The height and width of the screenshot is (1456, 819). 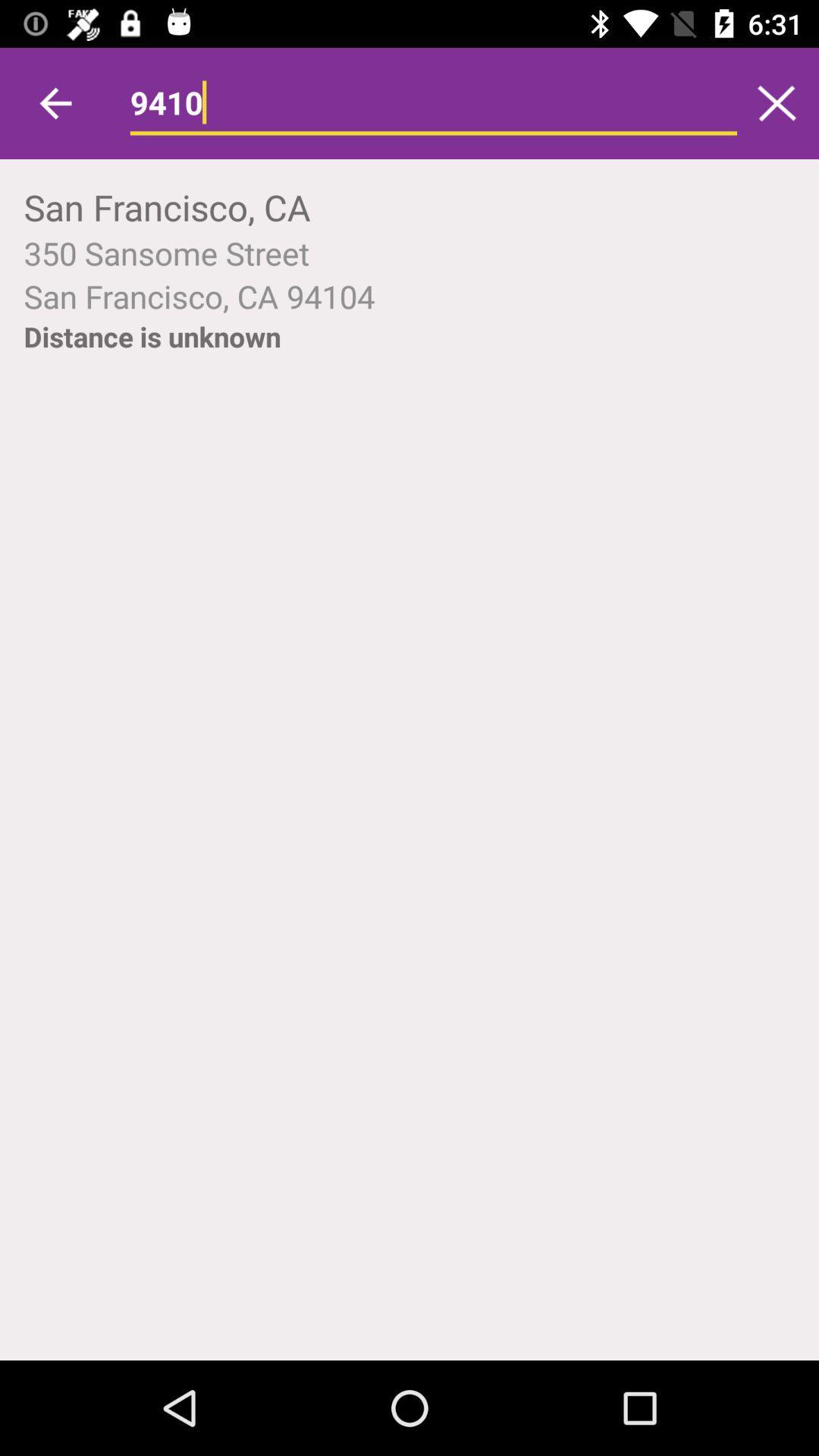 What do you see at coordinates (55, 102) in the screenshot?
I see `icon above the san francisco, ca item` at bounding box center [55, 102].